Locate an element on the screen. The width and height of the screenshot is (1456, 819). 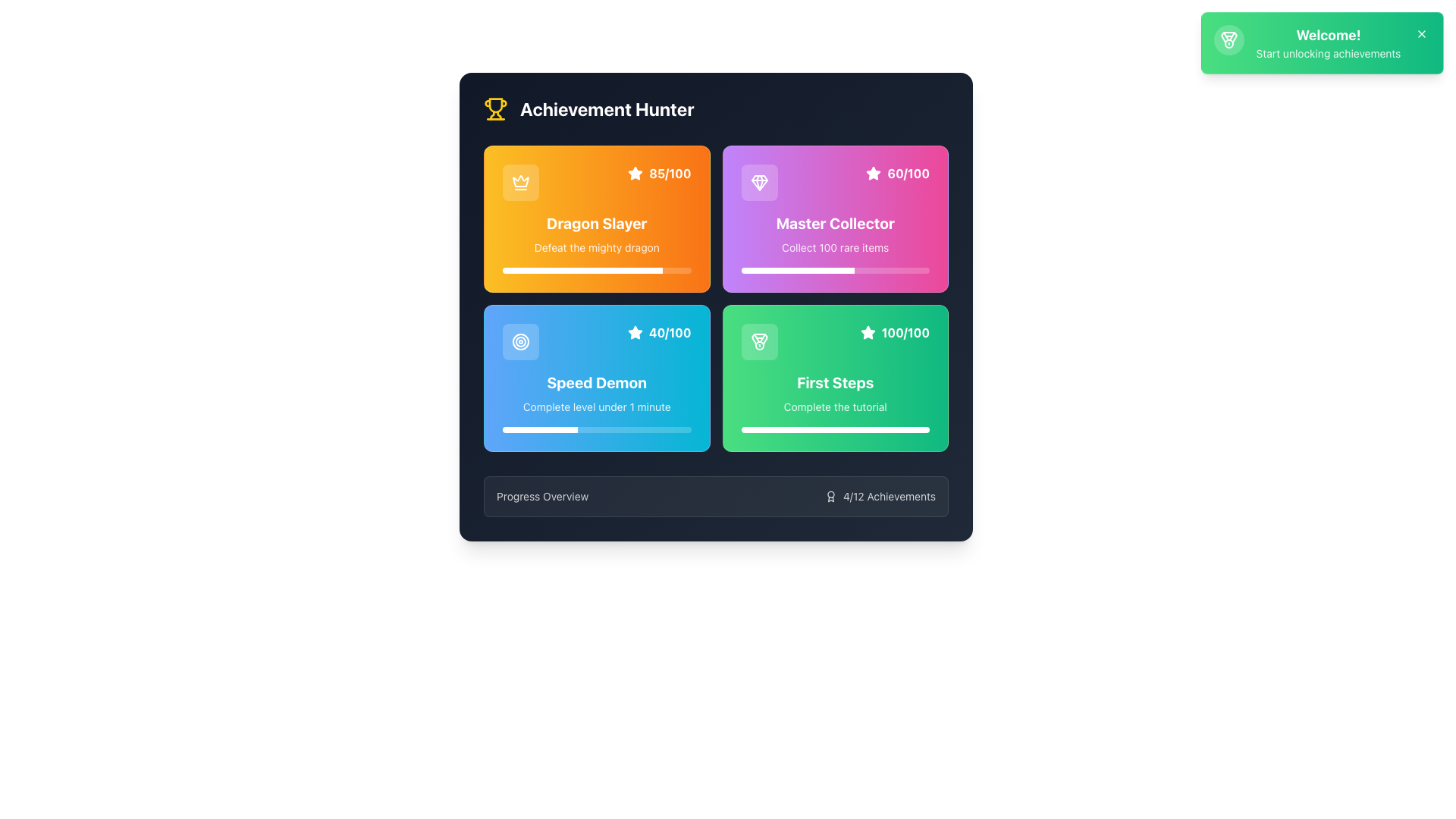
the achievements icon located to the left of the text '4/12 Achievements' in the 'Progress Overview' section of the card is located at coordinates (830, 497).